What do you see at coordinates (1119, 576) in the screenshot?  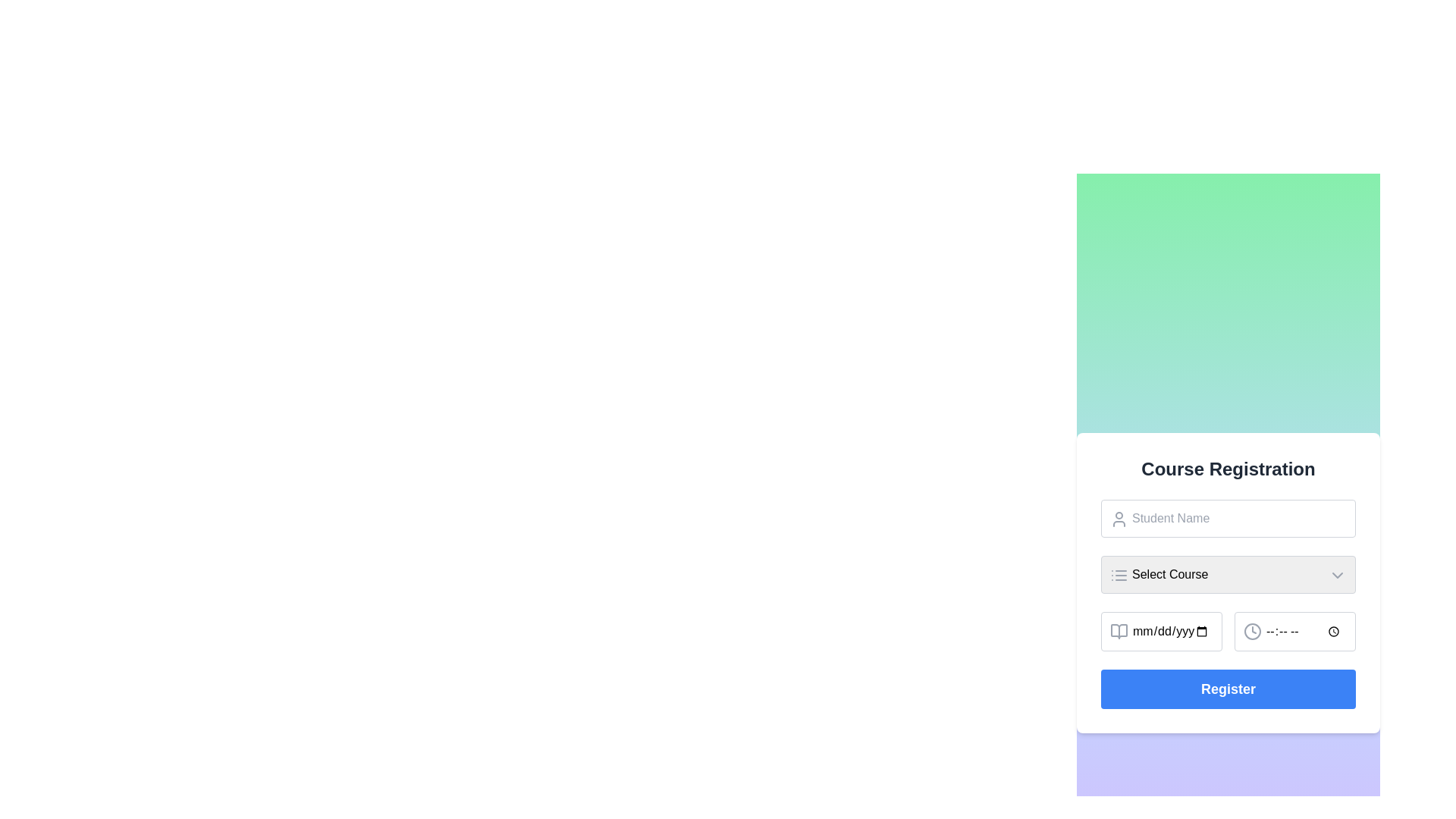 I see `the dropdown icon located on the left side of the 'Select Course' dropdown in the 'Course Registration' form` at bounding box center [1119, 576].